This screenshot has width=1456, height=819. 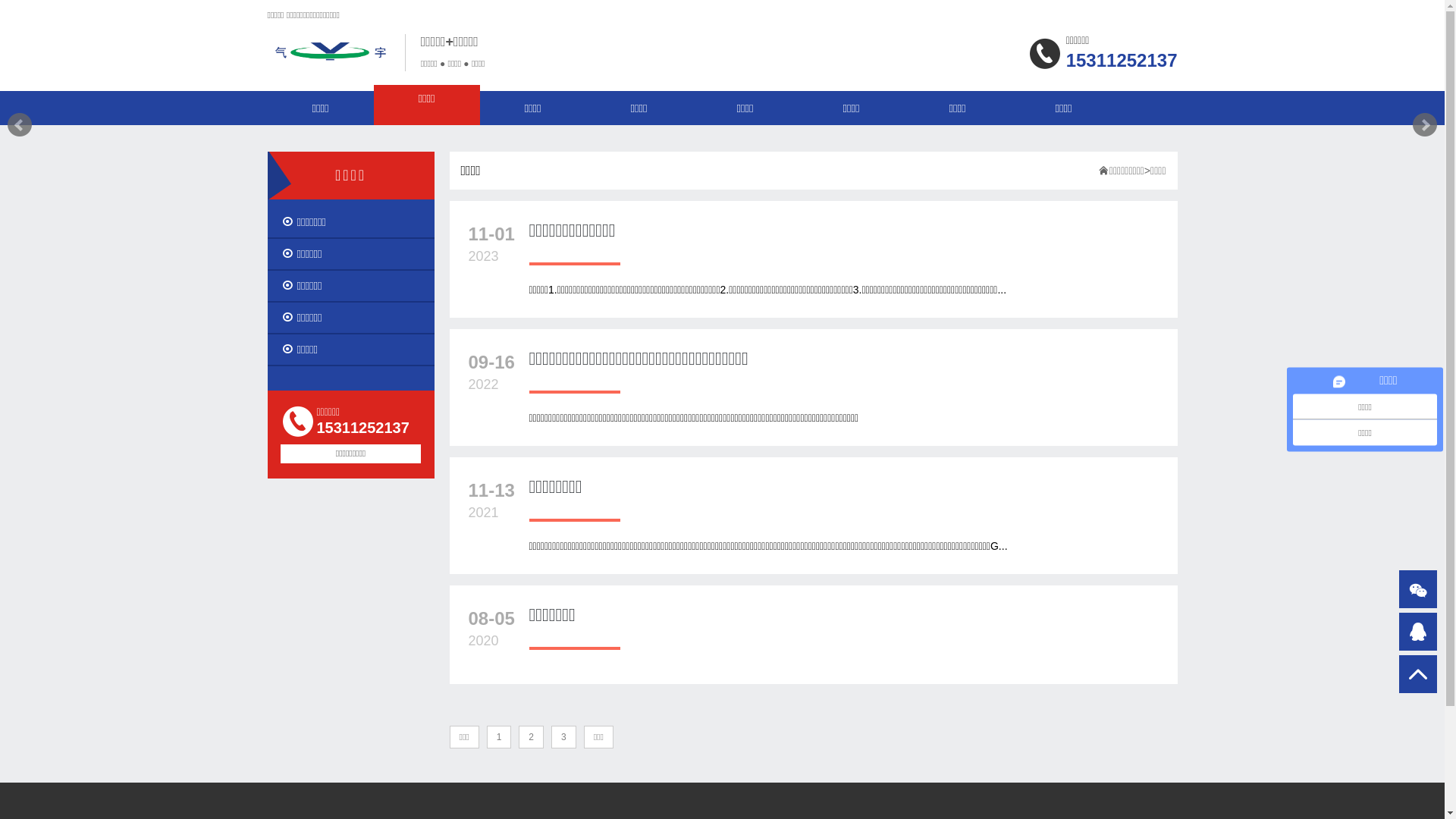 I want to click on 'Next', so click(x=1423, y=124).